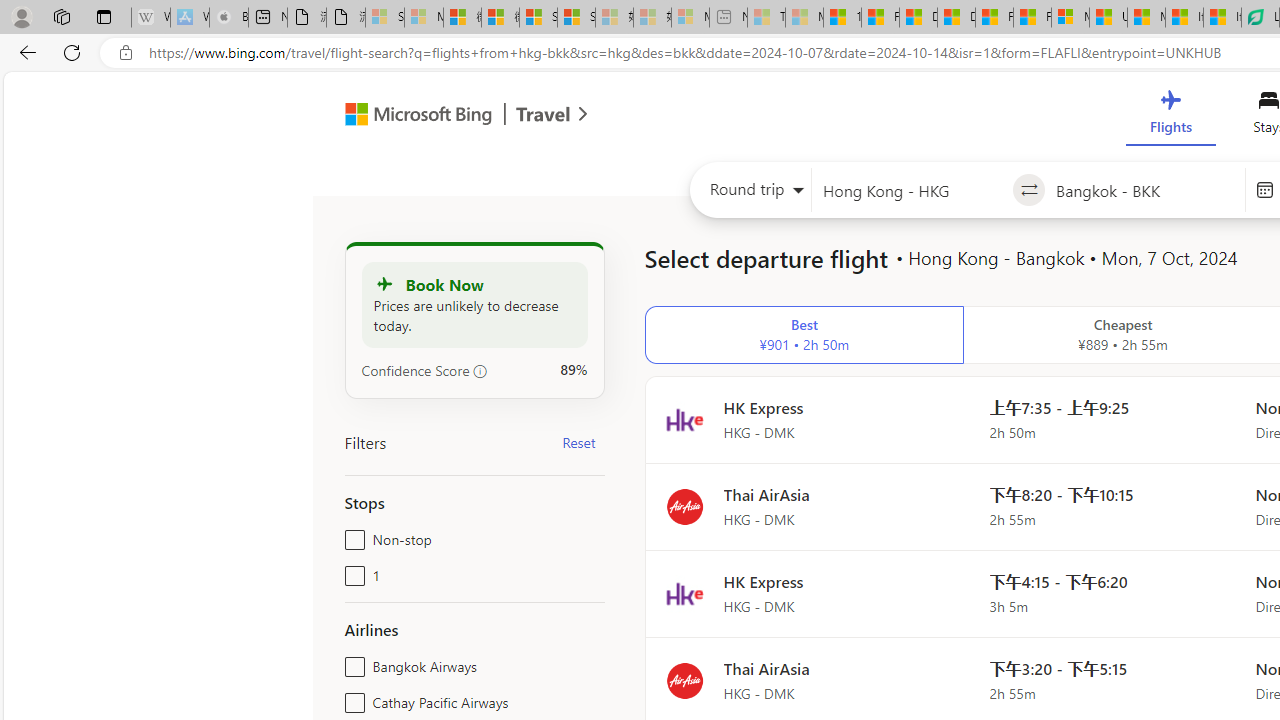  What do you see at coordinates (229, 17) in the screenshot?
I see `'Buy iPad - Apple - Sleeping'` at bounding box center [229, 17].